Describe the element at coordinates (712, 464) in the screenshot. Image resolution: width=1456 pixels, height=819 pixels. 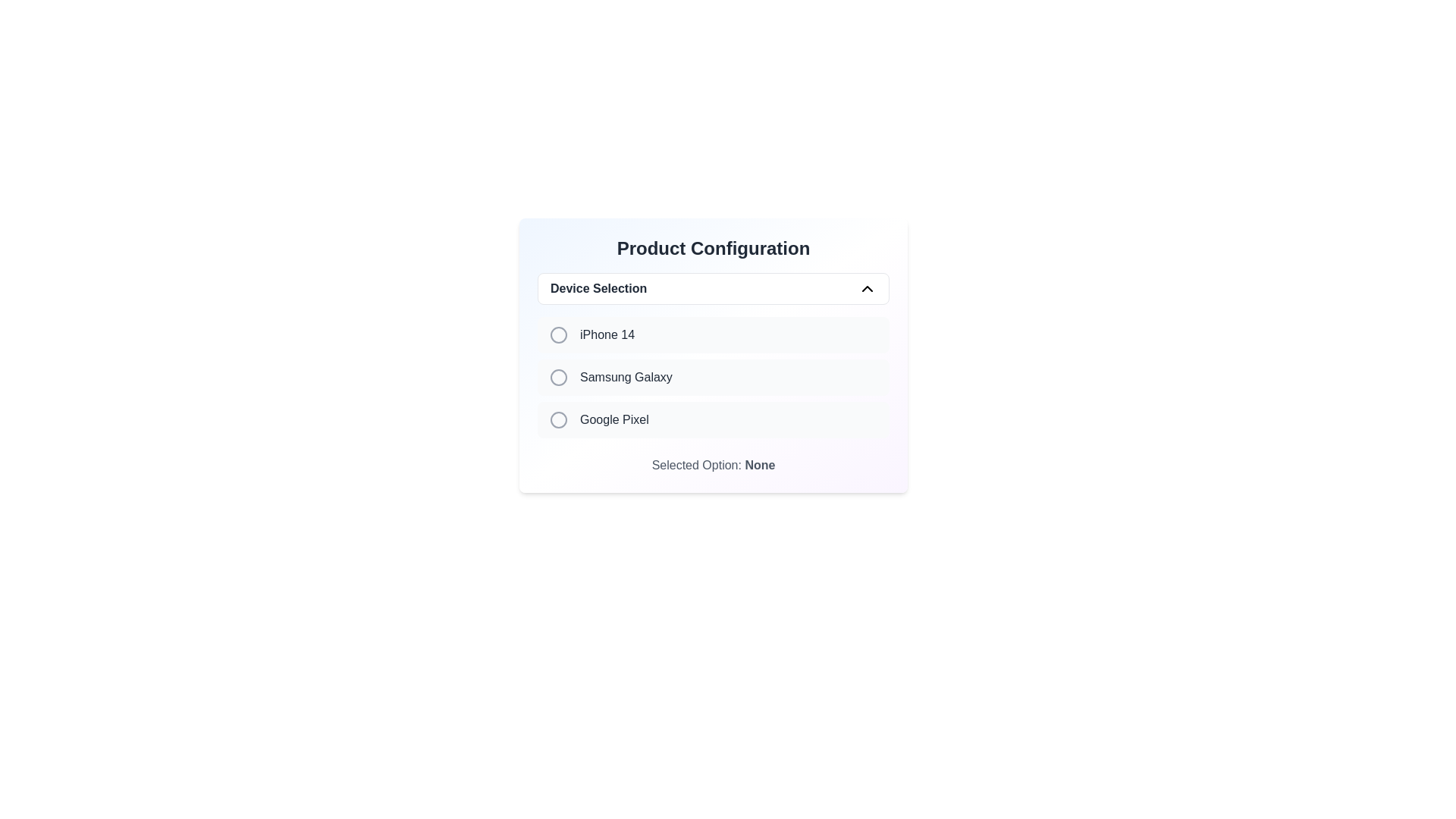
I see `the text element displaying 'Selected Option: None', which is styled in medium gray with centered alignment and bold emphasis on 'None'` at that location.